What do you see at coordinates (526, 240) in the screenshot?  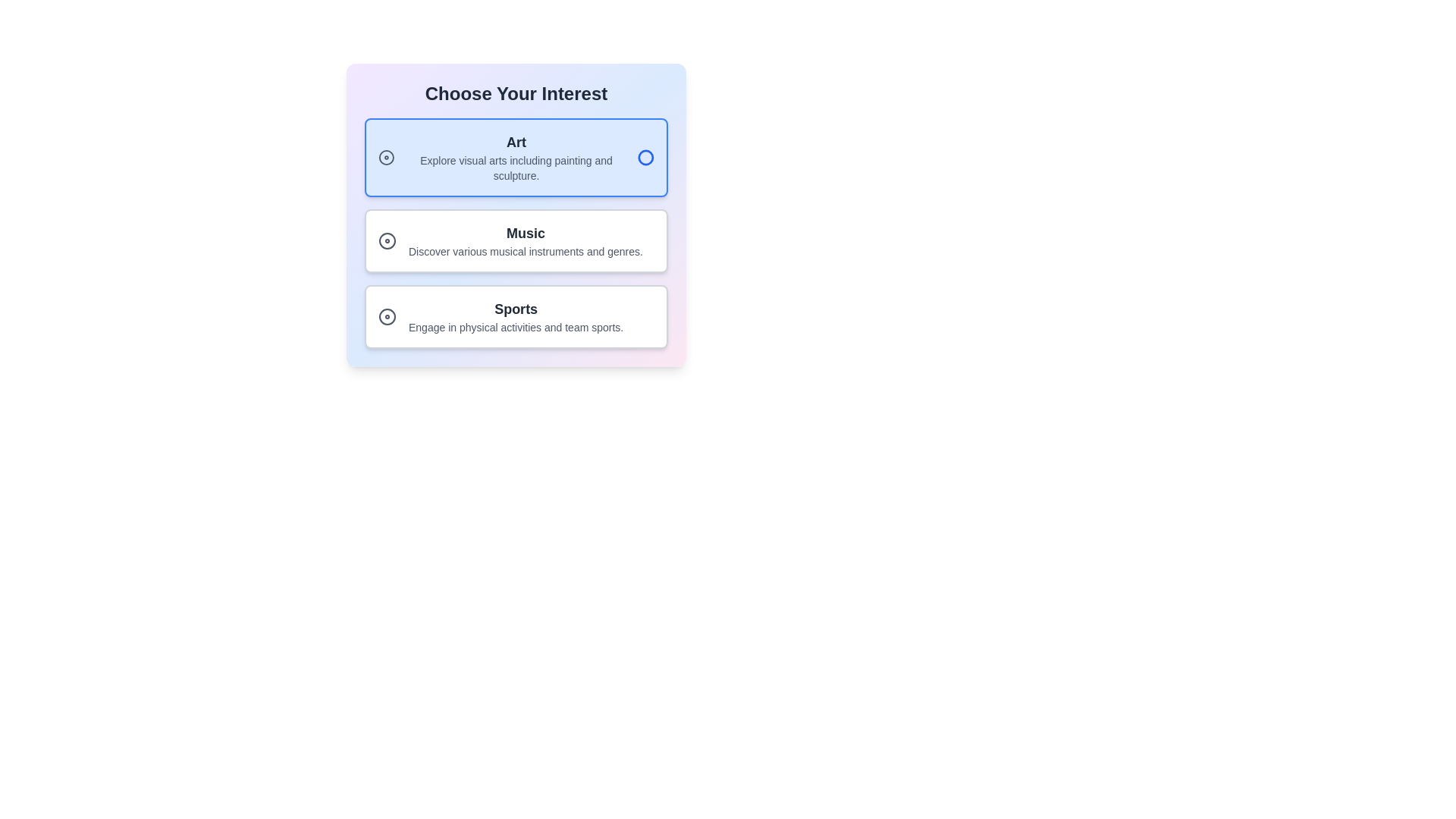 I see `the 'Music' selectable option` at bounding box center [526, 240].